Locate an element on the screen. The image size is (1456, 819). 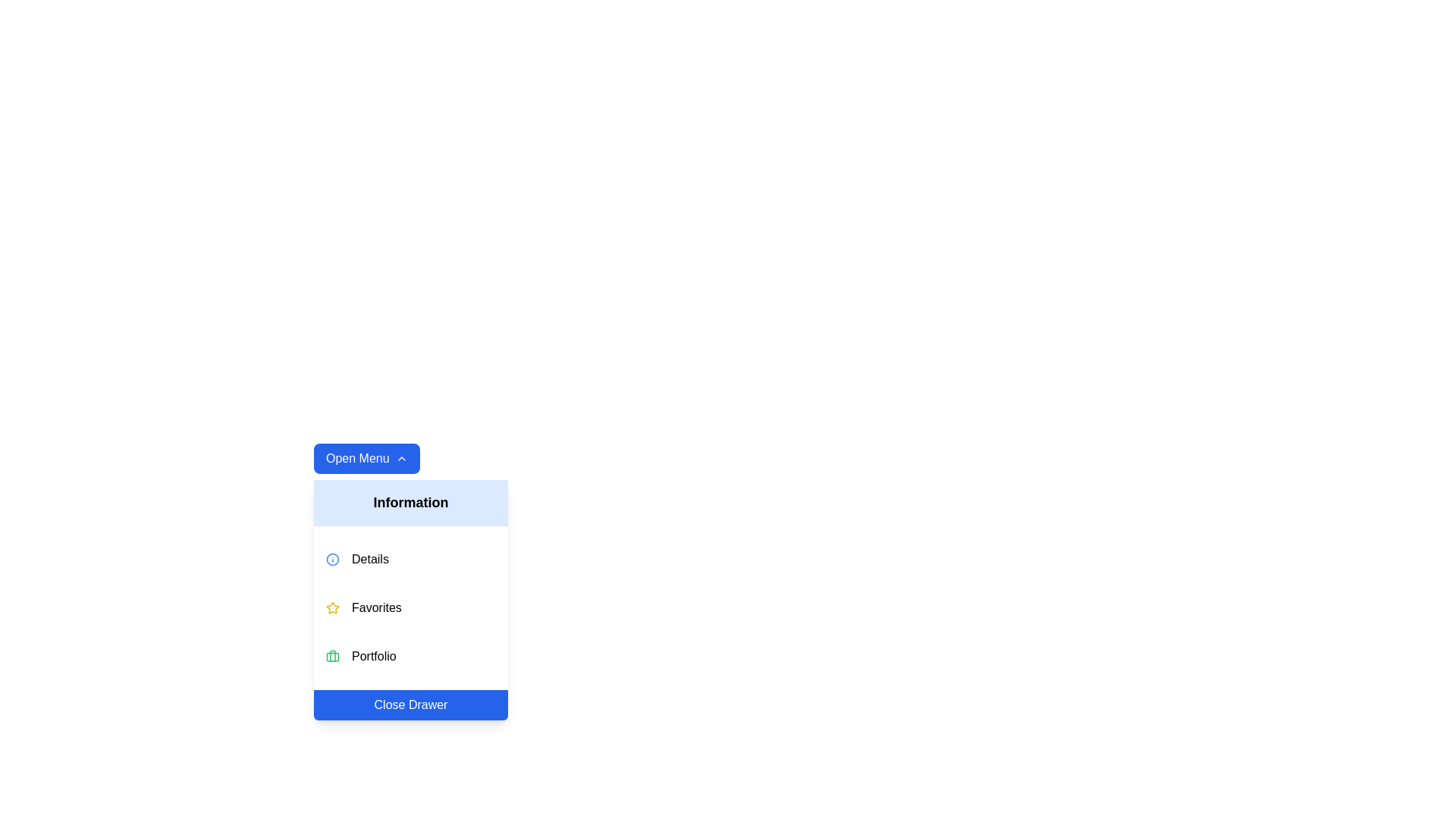
the visual representation of the 'Favorites' icon, which is located to the left of the 'Favorites' text in the vertical list of menu options, specifically below 'Details' and above 'Portfolio' is located at coordinates (331, 607).